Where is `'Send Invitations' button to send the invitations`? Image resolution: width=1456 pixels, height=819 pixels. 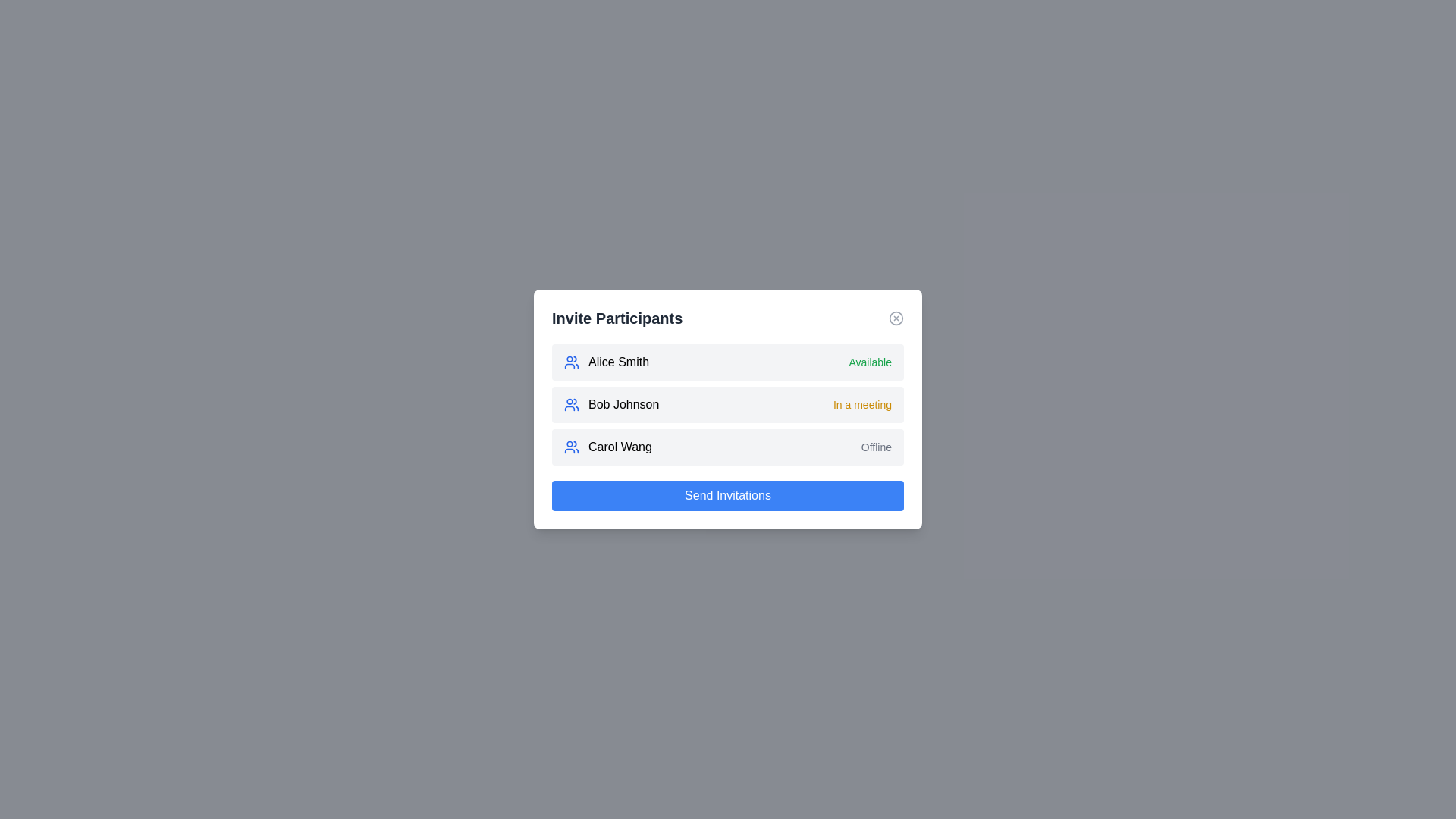
'Send Invitations' button to send the invitations is located at coordinates (728, 496).